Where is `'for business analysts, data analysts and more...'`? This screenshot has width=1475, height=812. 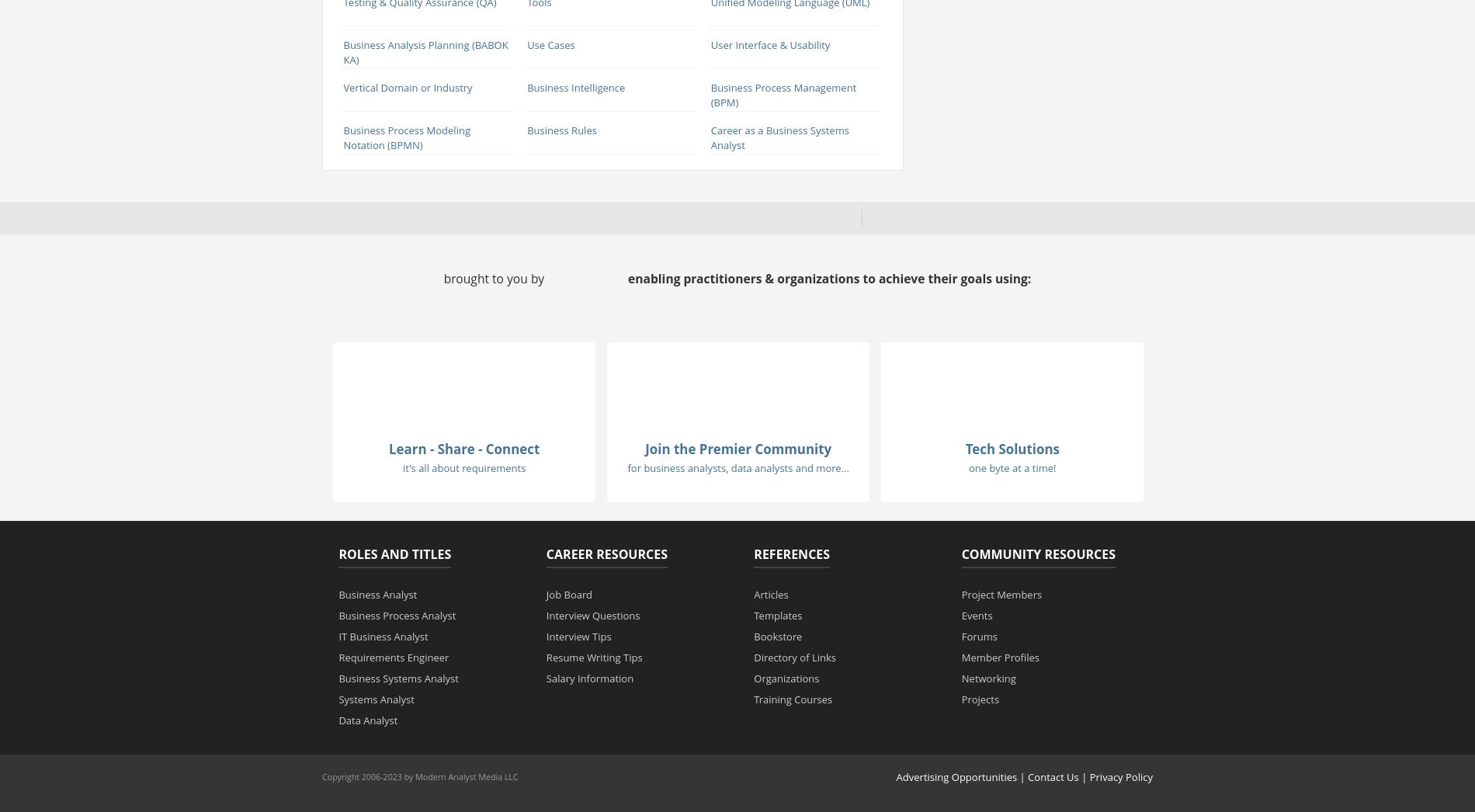
'for business analysts, data analysts and more...' is located at coordinates (737, 468).